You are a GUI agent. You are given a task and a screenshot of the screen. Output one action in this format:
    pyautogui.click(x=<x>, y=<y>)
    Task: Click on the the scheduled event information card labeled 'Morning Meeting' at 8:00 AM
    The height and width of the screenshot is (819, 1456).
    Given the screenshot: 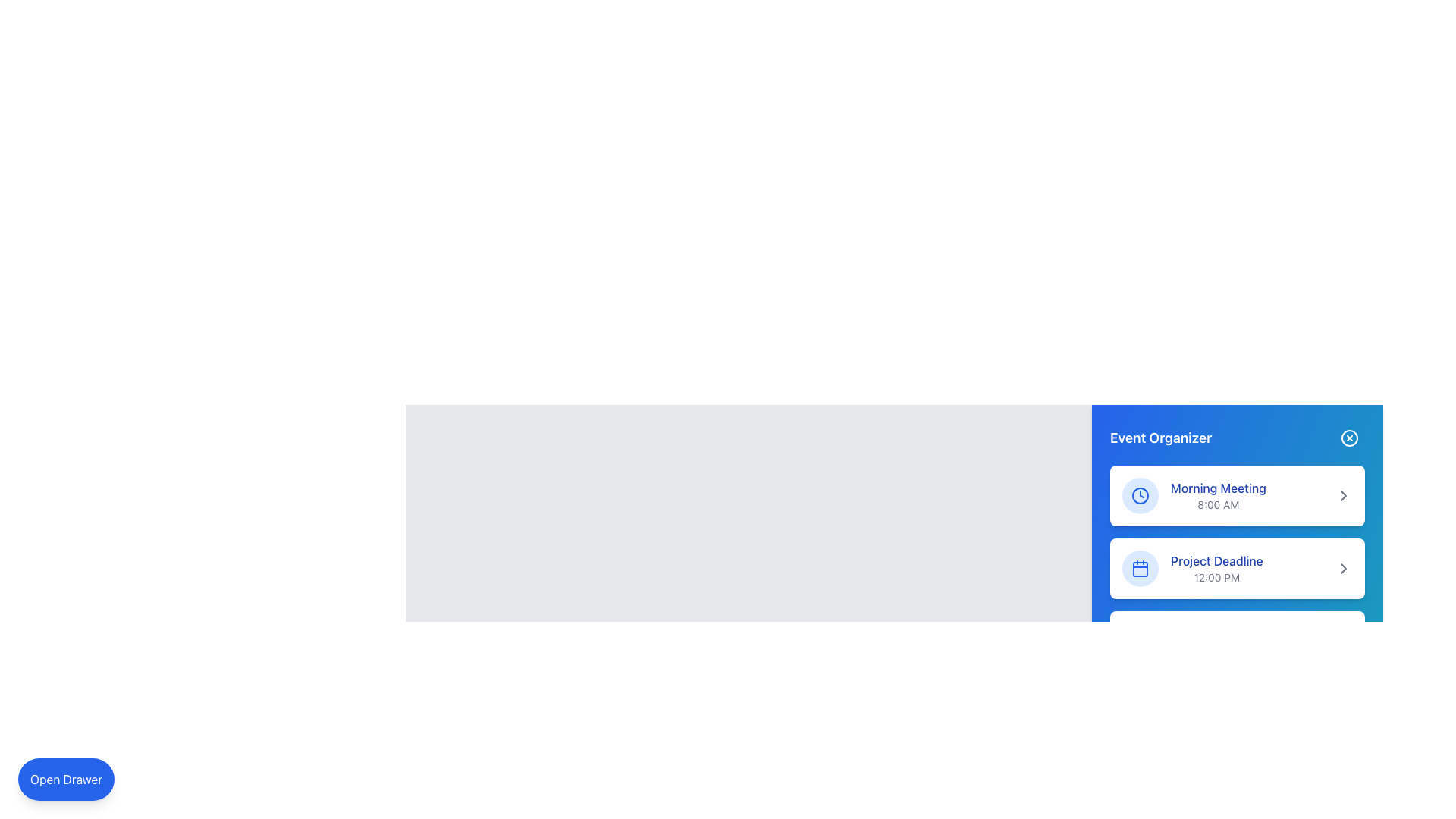 What is the action you would take?
    pyautogui.click(x=1238, y=496)
    